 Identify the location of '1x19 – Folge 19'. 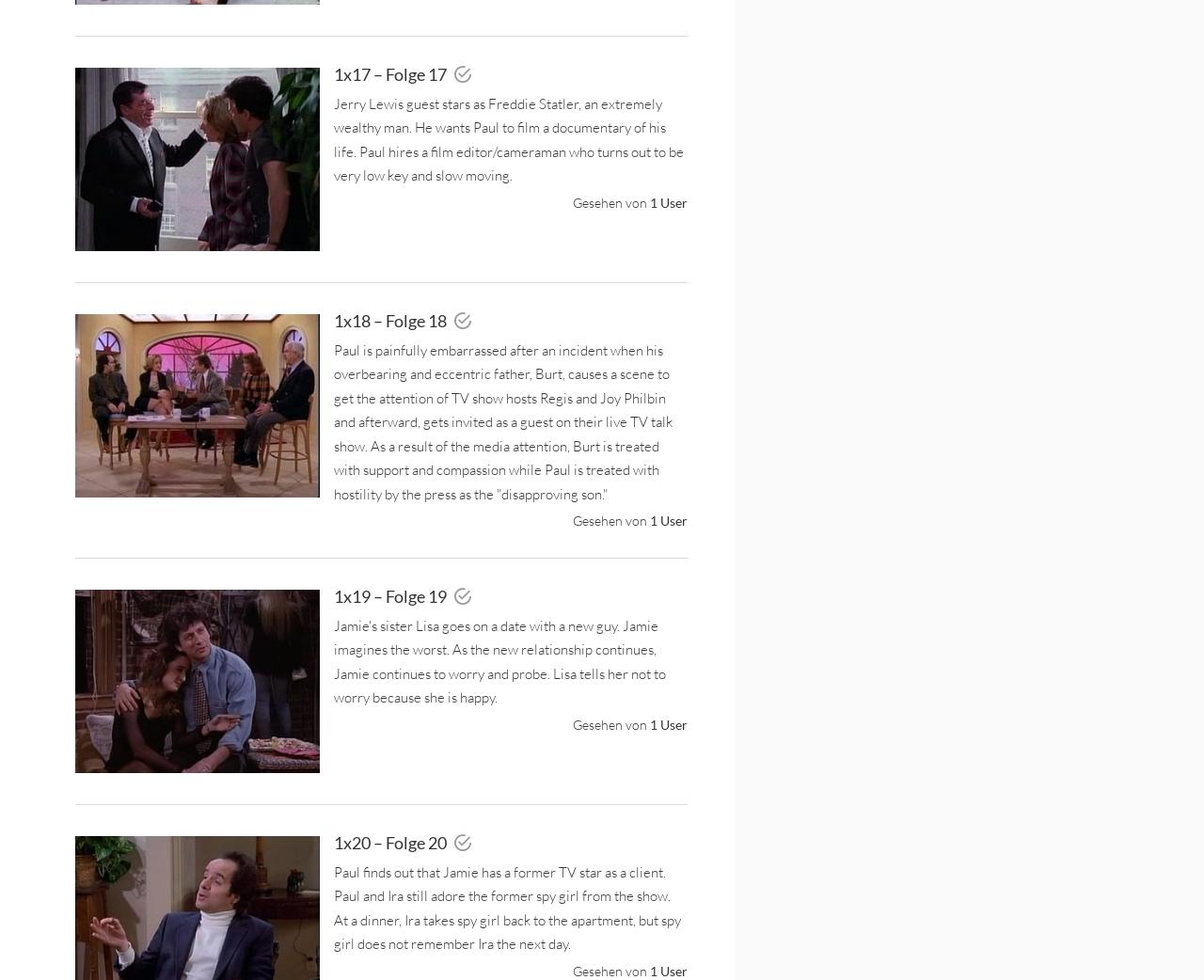
(390, 595).